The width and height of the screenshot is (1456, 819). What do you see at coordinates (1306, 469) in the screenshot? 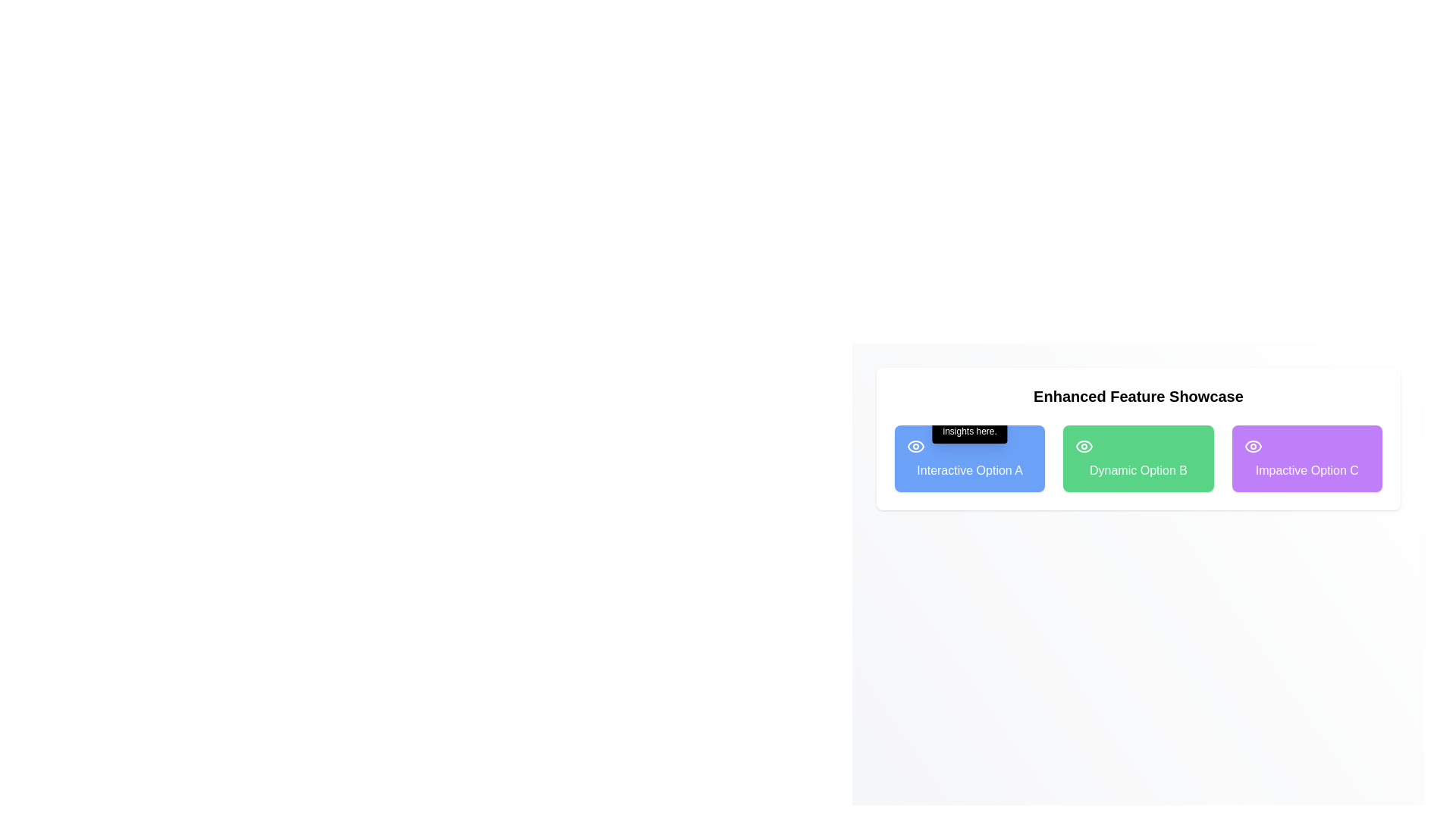
I see `the informational Text label that identifies the third option in the selection interface, located next to the button labeled 'Dynamic Option B'` at bounding box center [1306, 469].